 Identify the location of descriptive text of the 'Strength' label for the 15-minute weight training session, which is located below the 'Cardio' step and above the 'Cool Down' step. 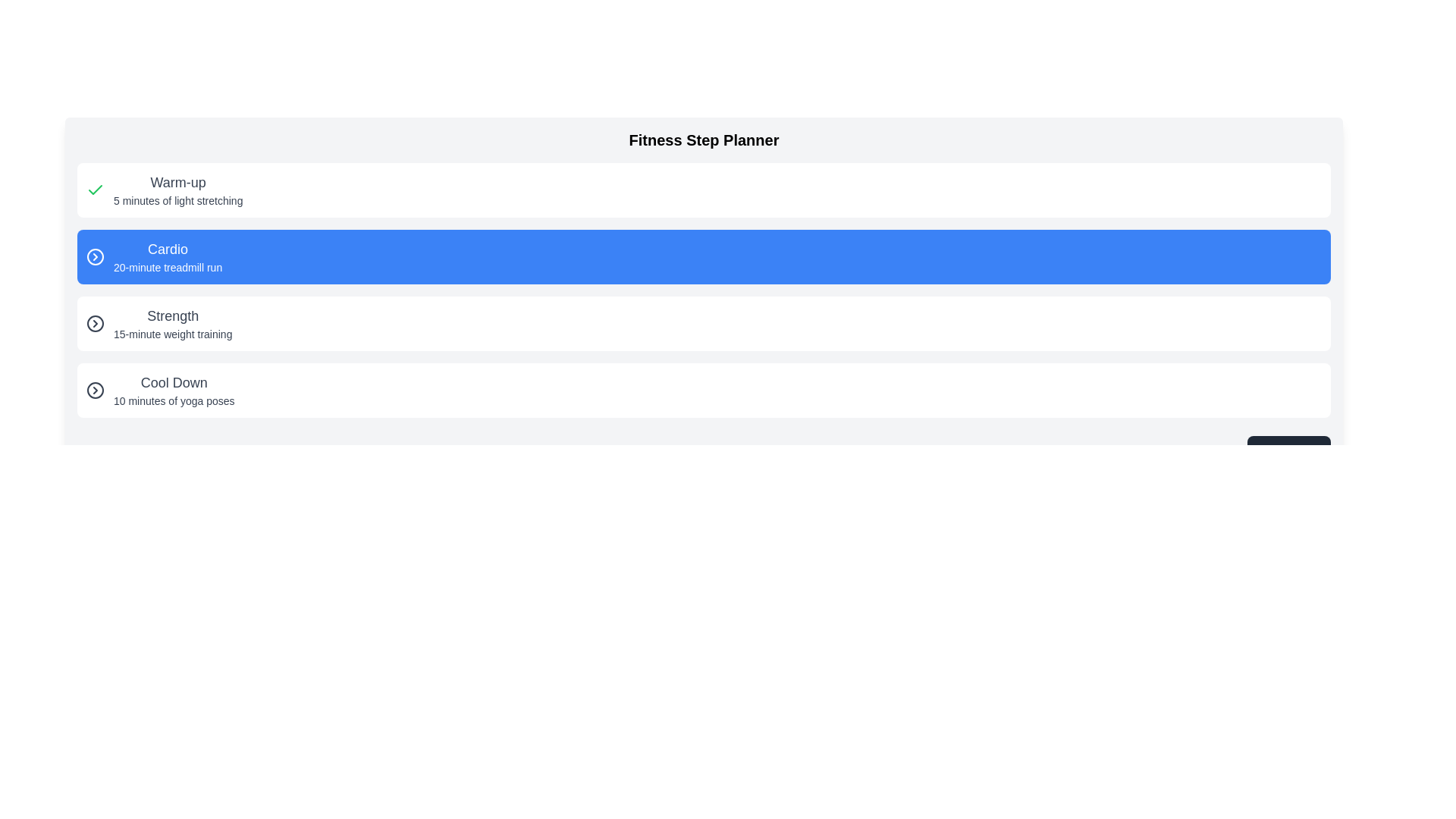
(173, 323).